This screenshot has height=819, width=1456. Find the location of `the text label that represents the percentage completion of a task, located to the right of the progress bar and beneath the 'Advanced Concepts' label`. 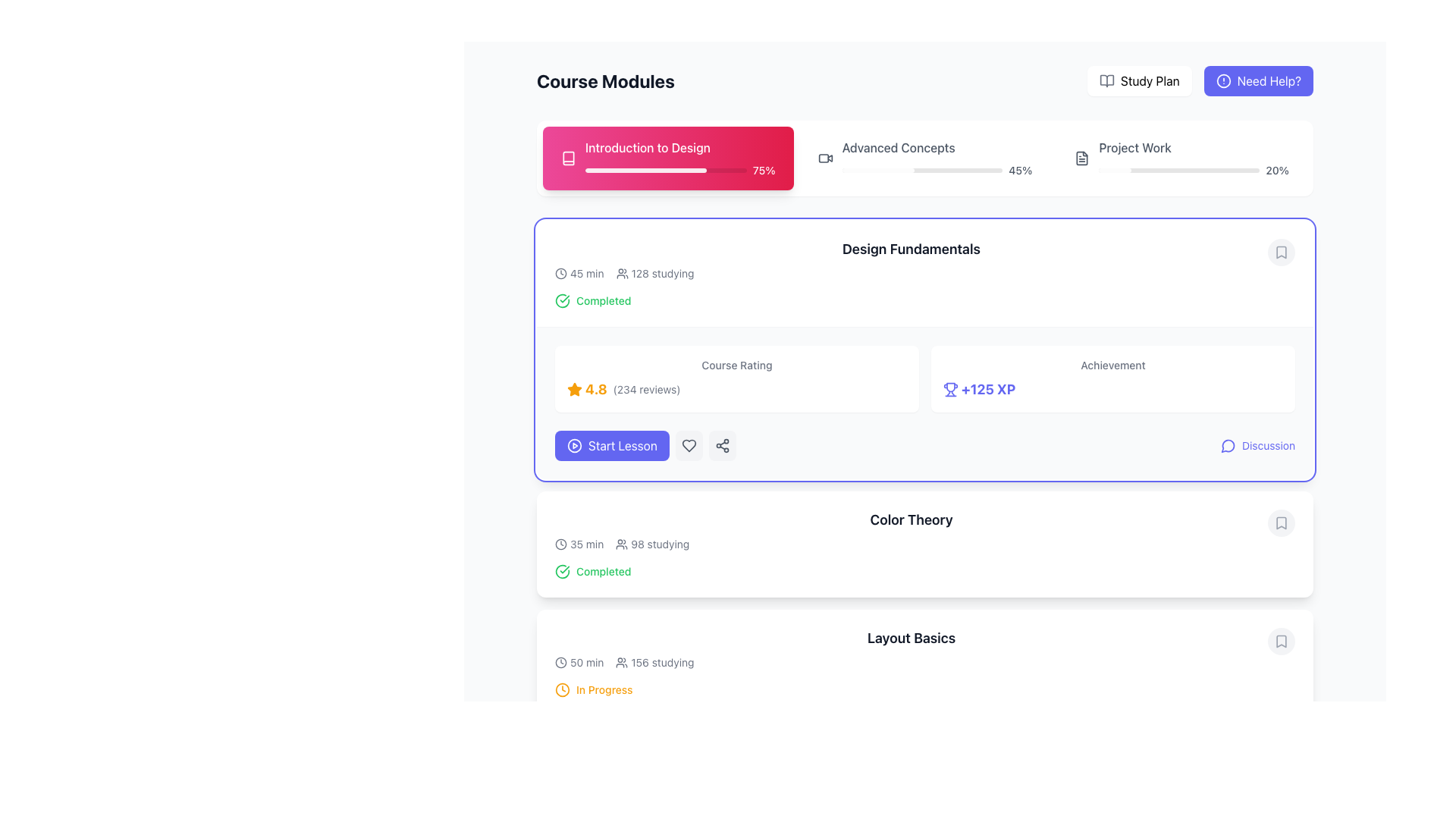

the text label that represents the percentage completion of a task, located to the right of the progress bar and beneath the 'Advanced Concepts' label is located at coordinates (1020, 170).